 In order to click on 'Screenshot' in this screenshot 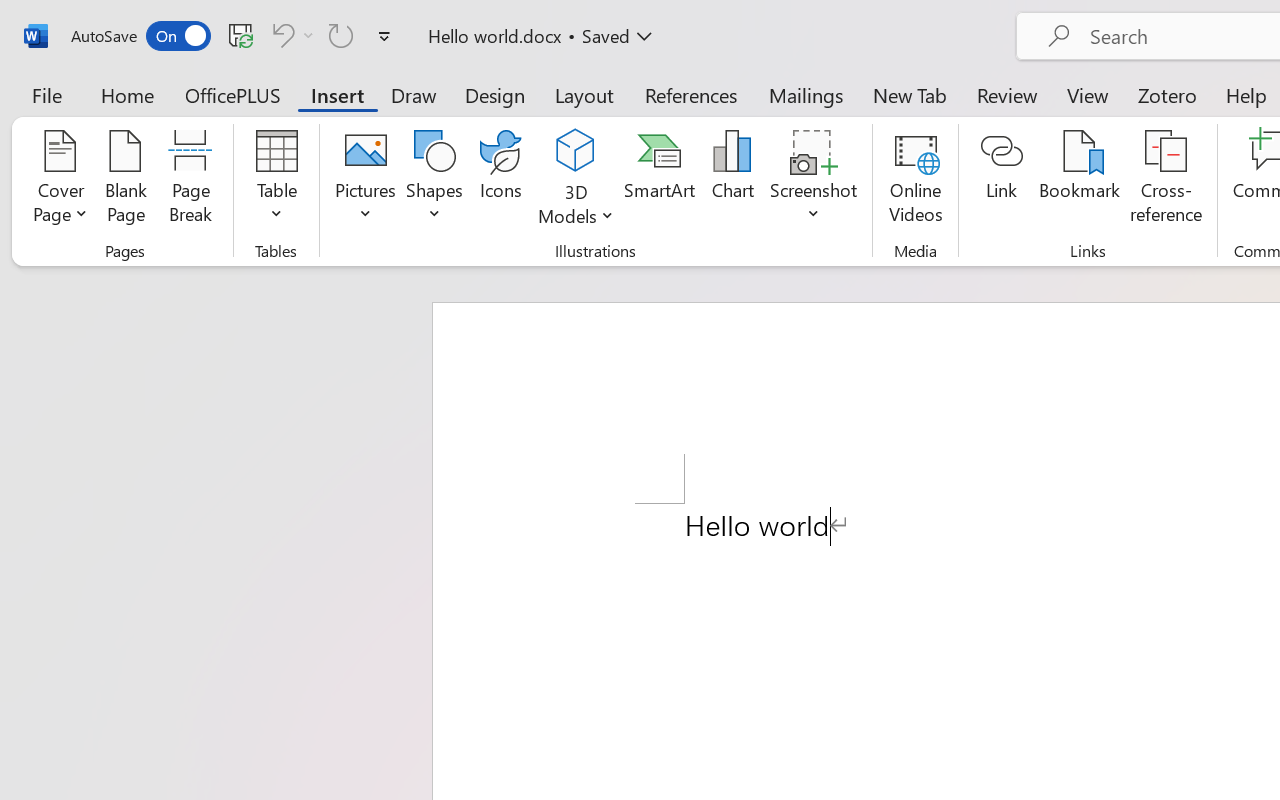, I will do `click(814, 179)`.